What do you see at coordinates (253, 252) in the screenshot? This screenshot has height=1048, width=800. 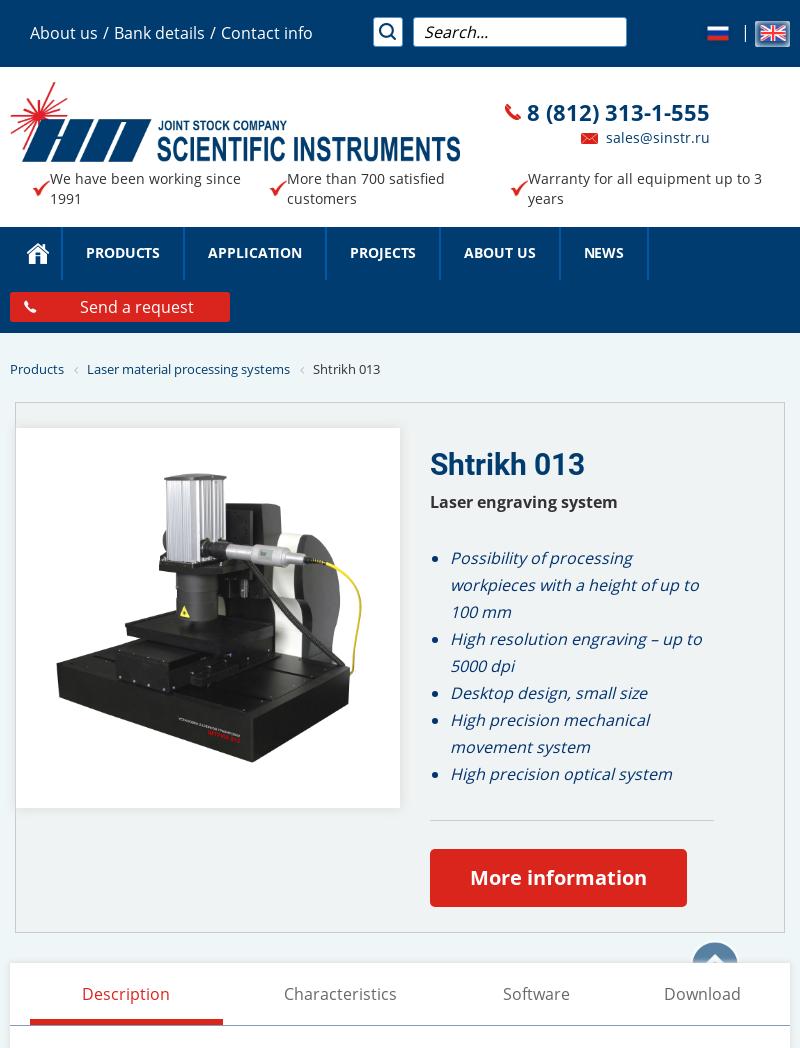 I see `'Application'` at bounding box center [253, 252].